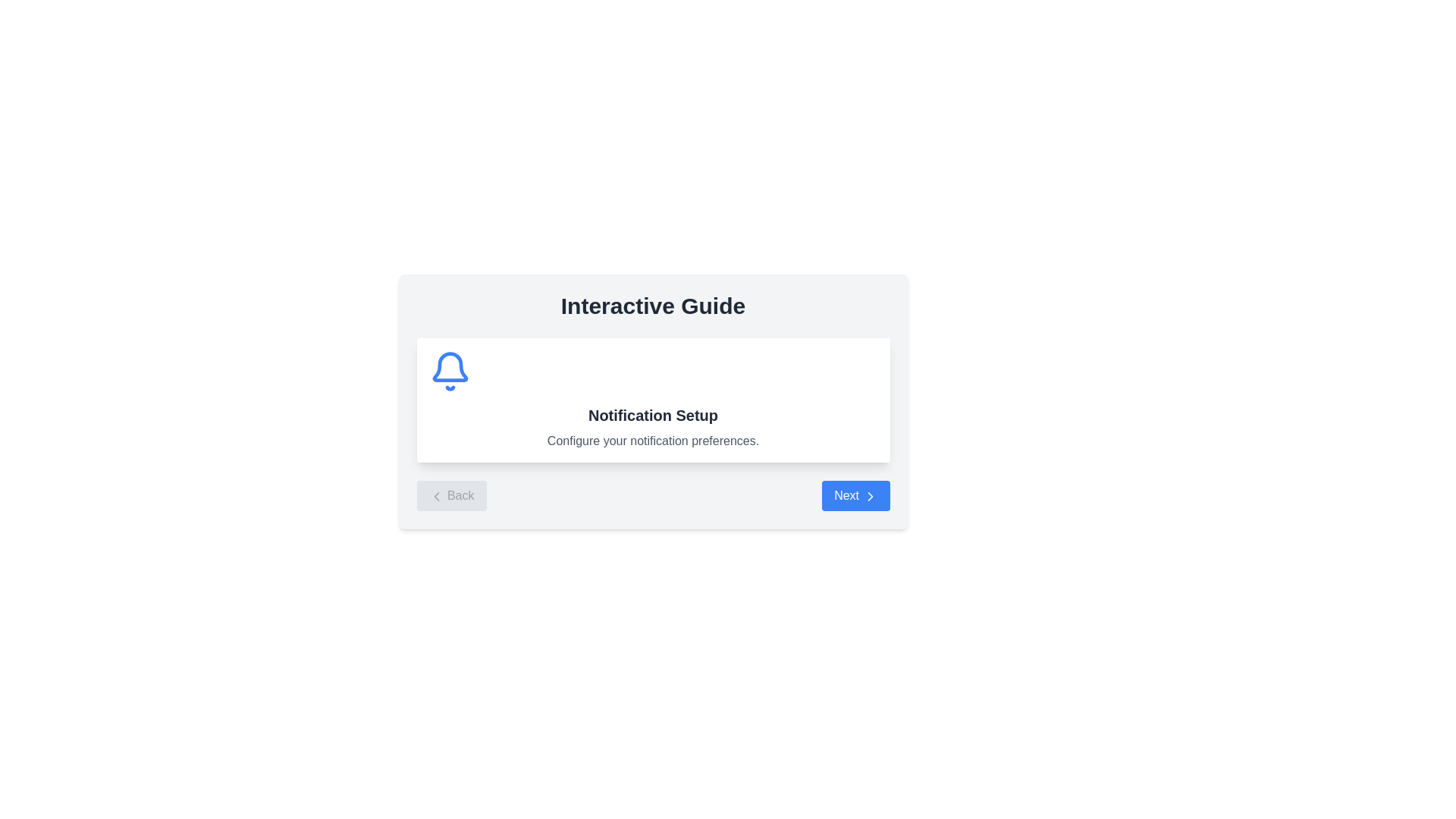 This screenshot has width=1456, height=819. Describe the element at coordinates (450, 496) in the screenshot. I see `the back navigation button located at the bottom-left of the interface` at that location.